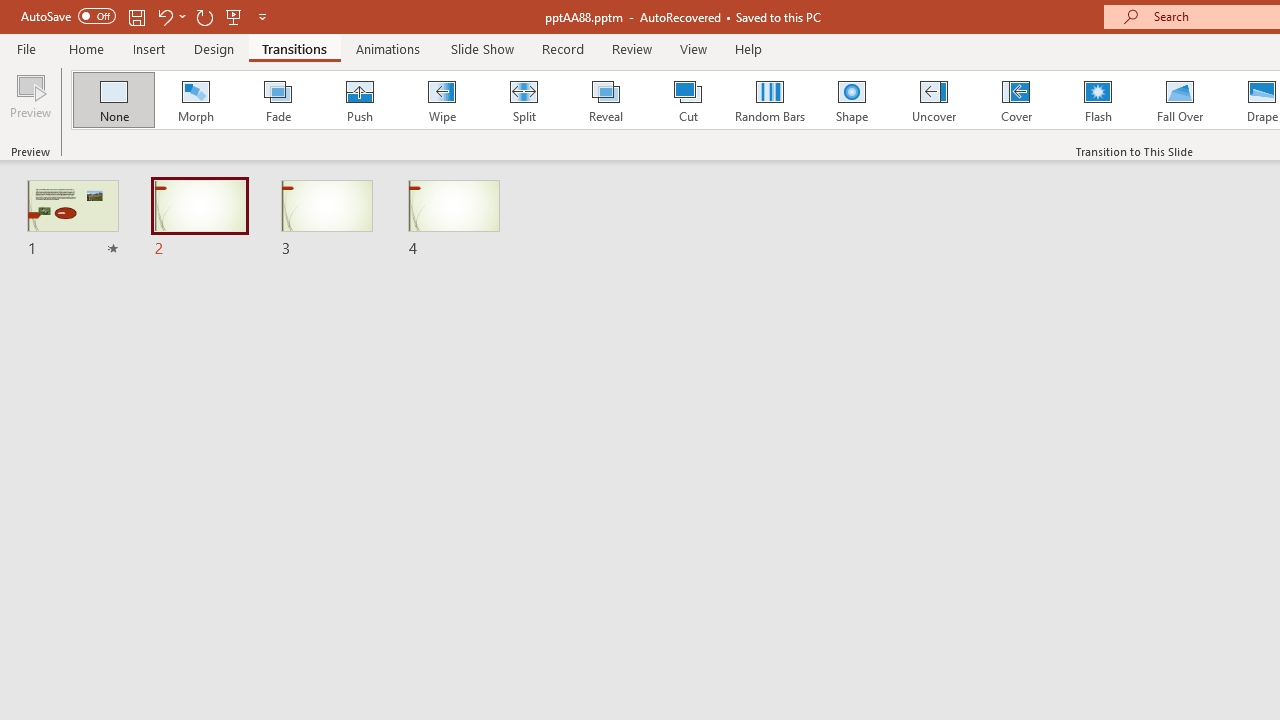 This screenshot has width=1280, height=720. Describe the element at coordinates (933, 100) in the screenshot. I see `'Uncover'` at that location.